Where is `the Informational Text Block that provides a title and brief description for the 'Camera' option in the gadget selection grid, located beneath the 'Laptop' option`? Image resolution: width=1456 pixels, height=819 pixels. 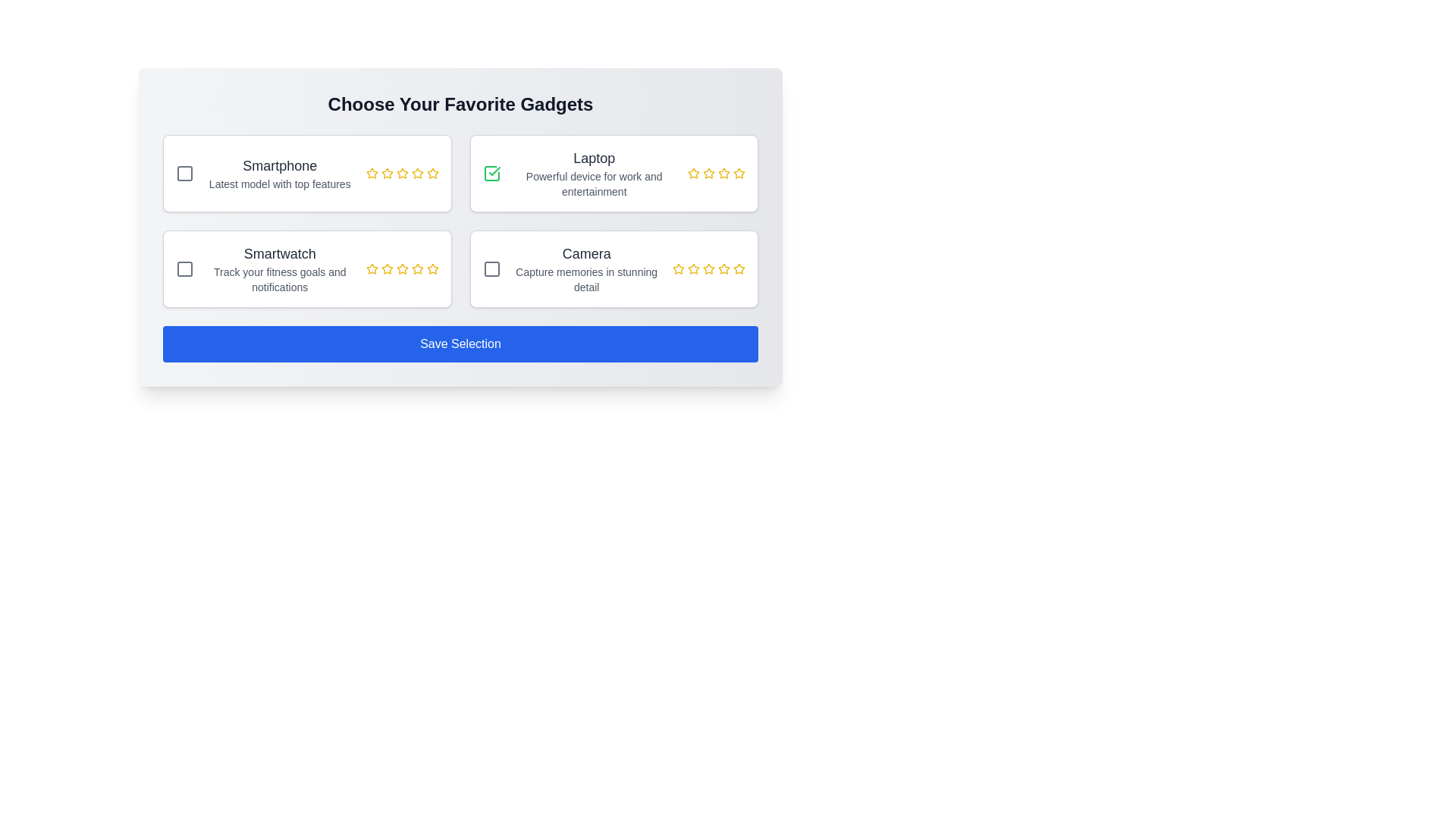 the Informational Text Block that provides a title and brief description for the 'Camera' option in the gadget selection grid, located beneath the 'Laptop' option is located at coordinates (585, 268).